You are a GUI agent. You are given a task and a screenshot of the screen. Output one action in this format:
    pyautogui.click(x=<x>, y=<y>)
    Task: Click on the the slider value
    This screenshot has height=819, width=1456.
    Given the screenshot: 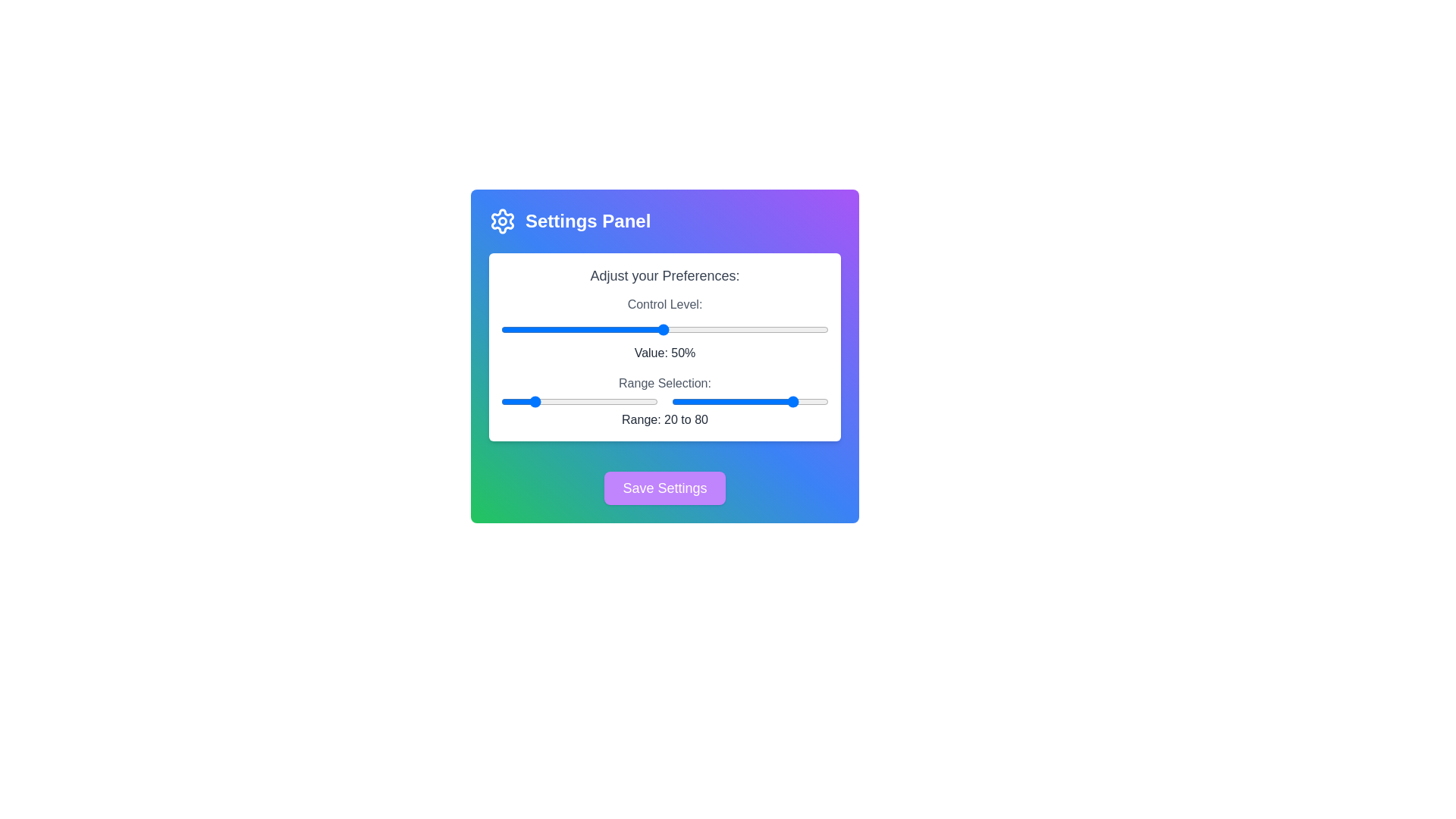 What is the action you would take?
    pyautogui.click(x=712, y=329)
    